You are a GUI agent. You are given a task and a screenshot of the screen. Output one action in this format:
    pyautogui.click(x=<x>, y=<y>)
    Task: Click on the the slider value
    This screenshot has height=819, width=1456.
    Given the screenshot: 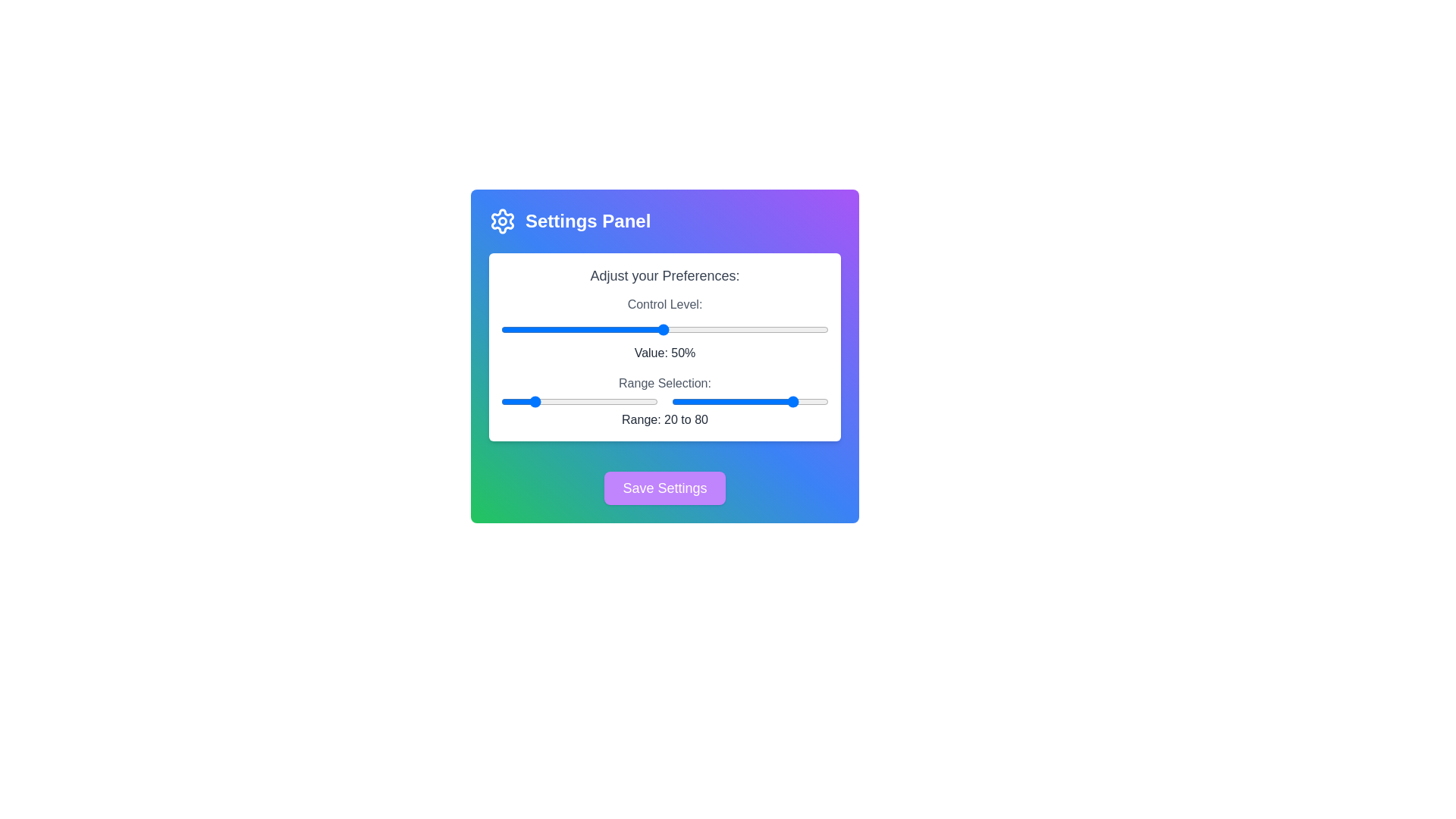 What is the action you would take?
    pyautogui.click(x=712, y=329)
    